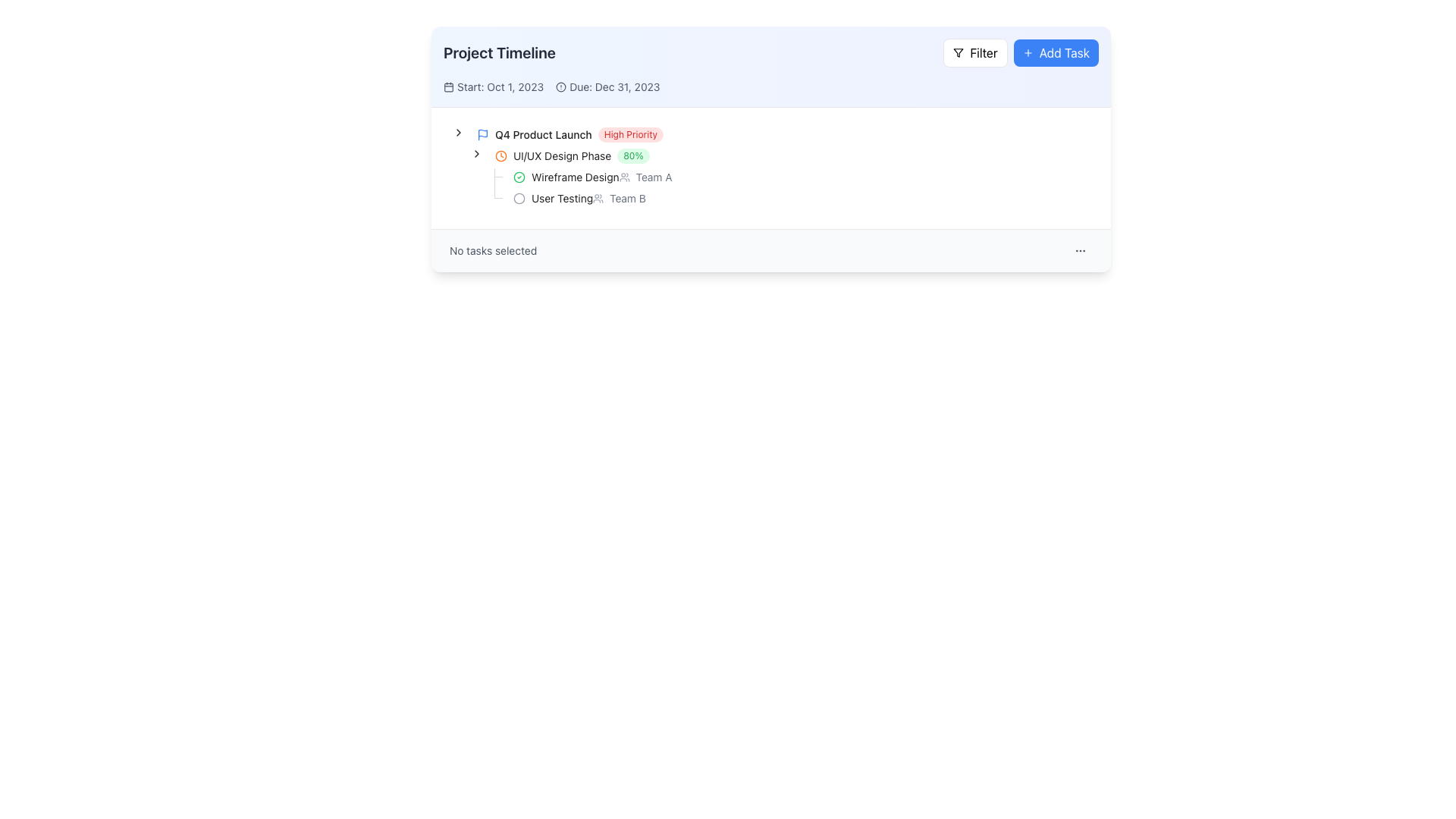 This screenshot has width=1456, height=819. I want to click on text of the label located in the upper-right section of the page, adjacent to a funnel-shaped icon, which serves as a descriptor for the filter functionality, so click(984, 52).